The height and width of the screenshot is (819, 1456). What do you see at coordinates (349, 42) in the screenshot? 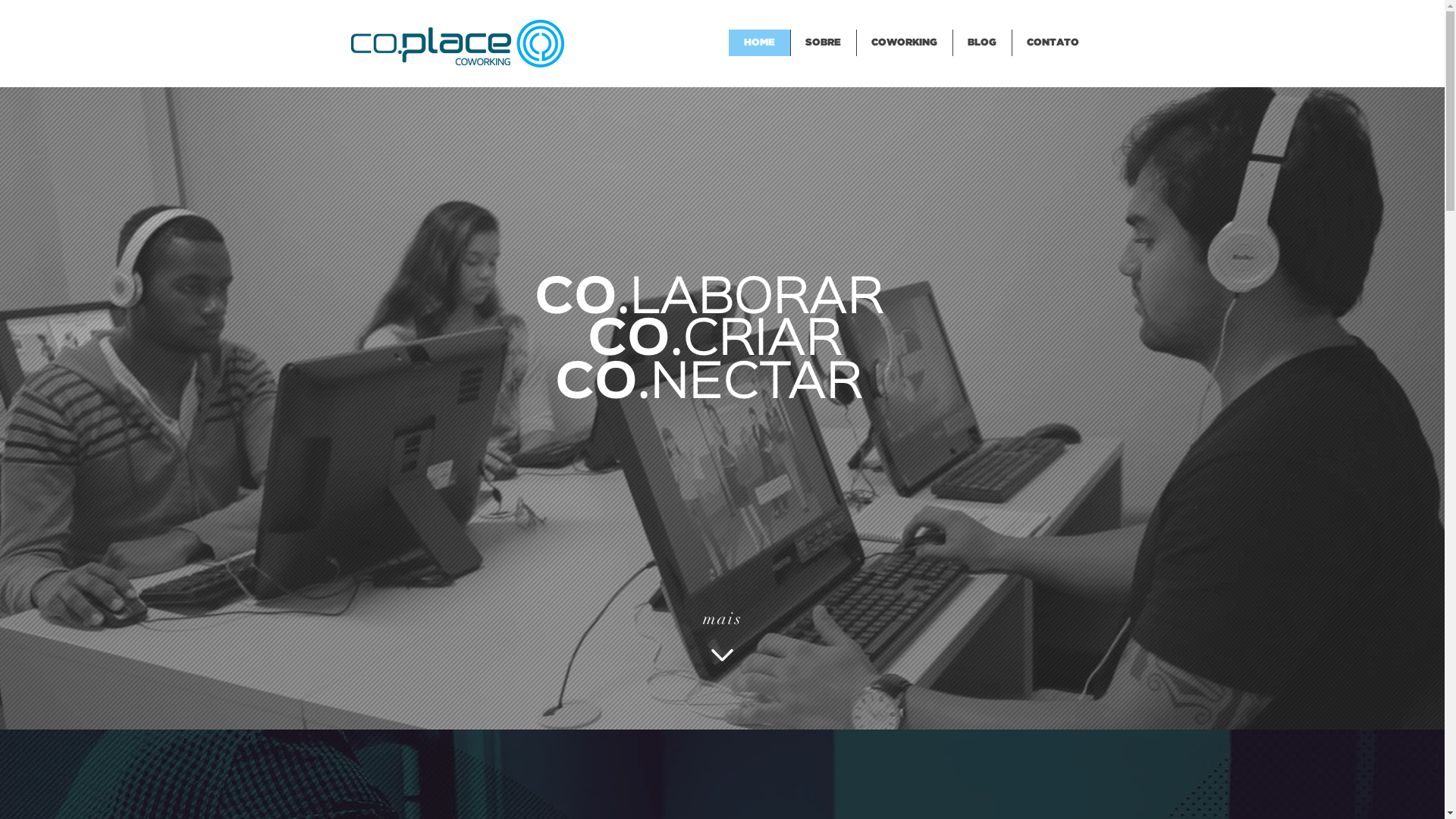
I see `'marca.png'` at bounding box center [349, 42].